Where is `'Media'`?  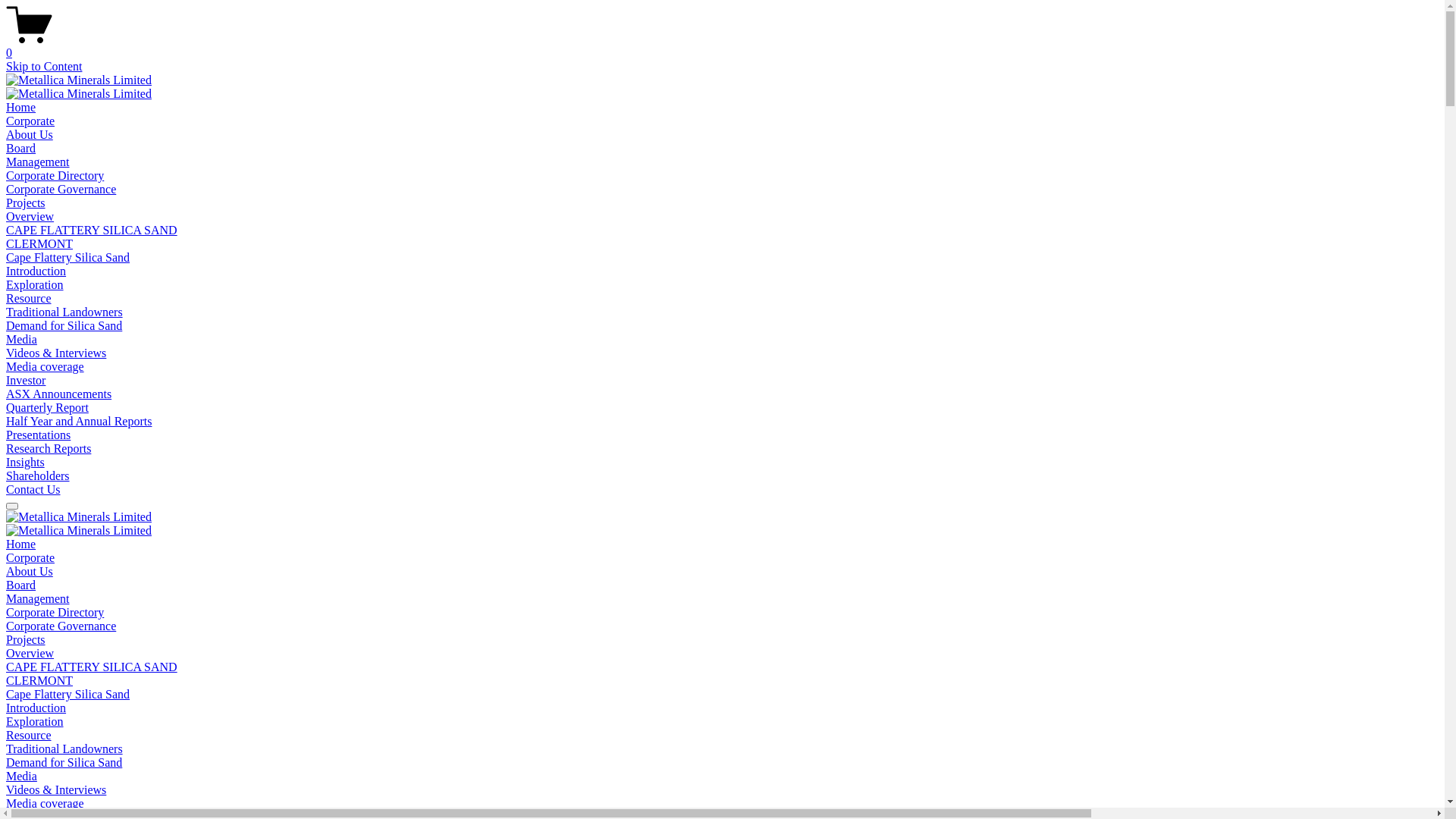 'Media' is located at coordinates (21, 338).